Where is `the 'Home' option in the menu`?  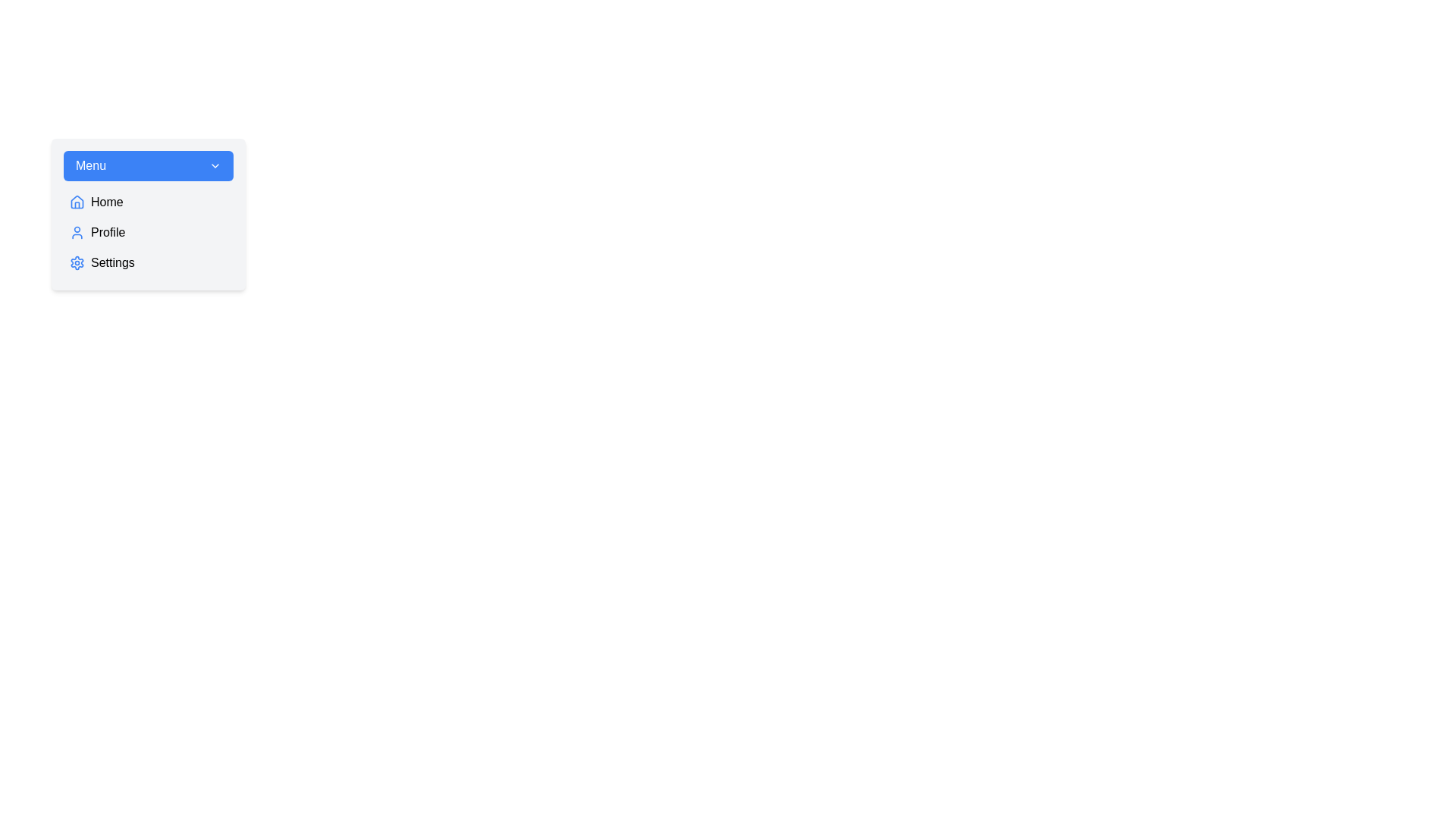 the 'Home' option in the menu is located at coordinates (149, 201).